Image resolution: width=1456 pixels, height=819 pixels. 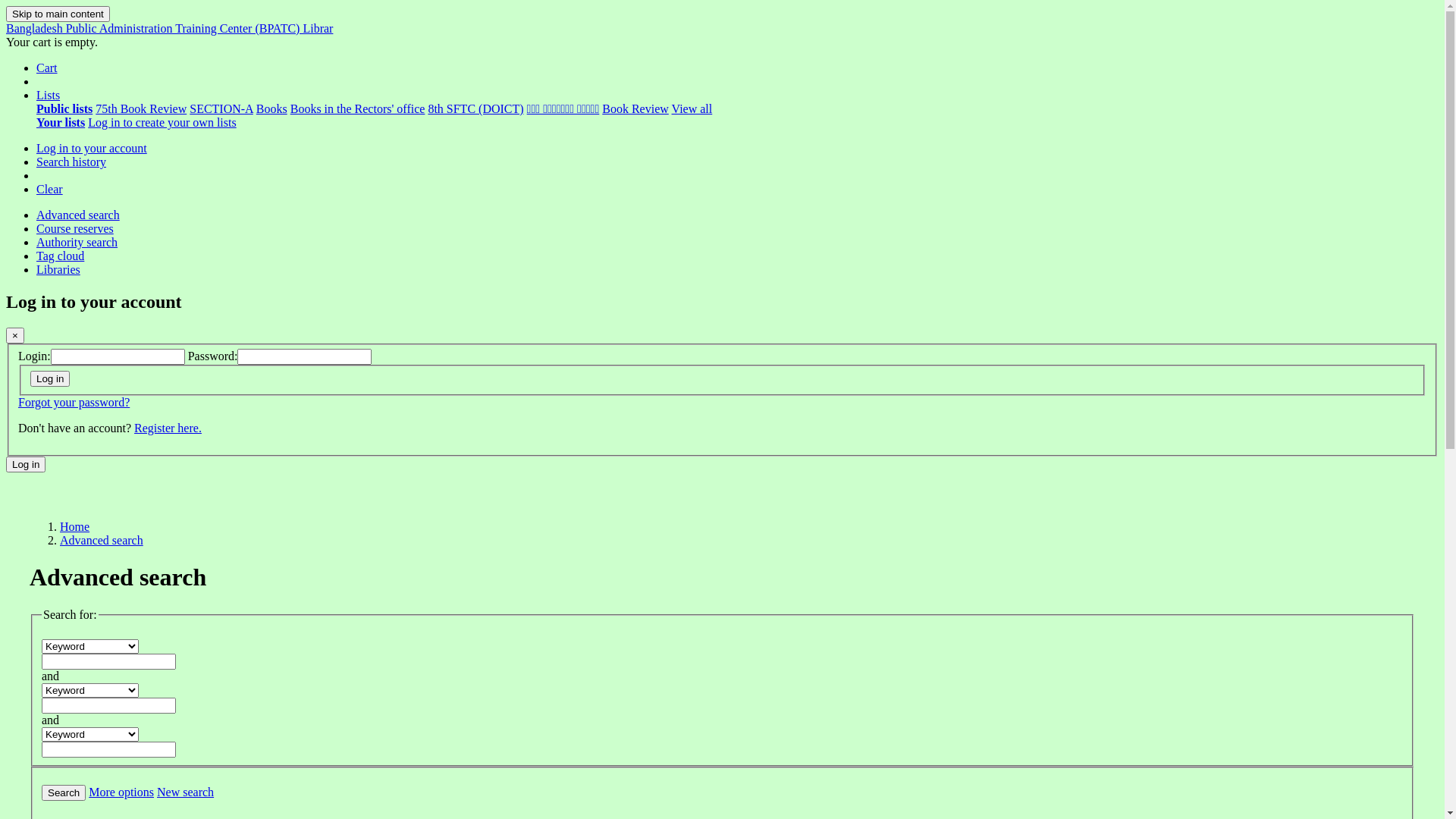 What do you see at coordinates (184, 791) in the screenshot?
I see `'New search'` at bounding box center [184, 791].